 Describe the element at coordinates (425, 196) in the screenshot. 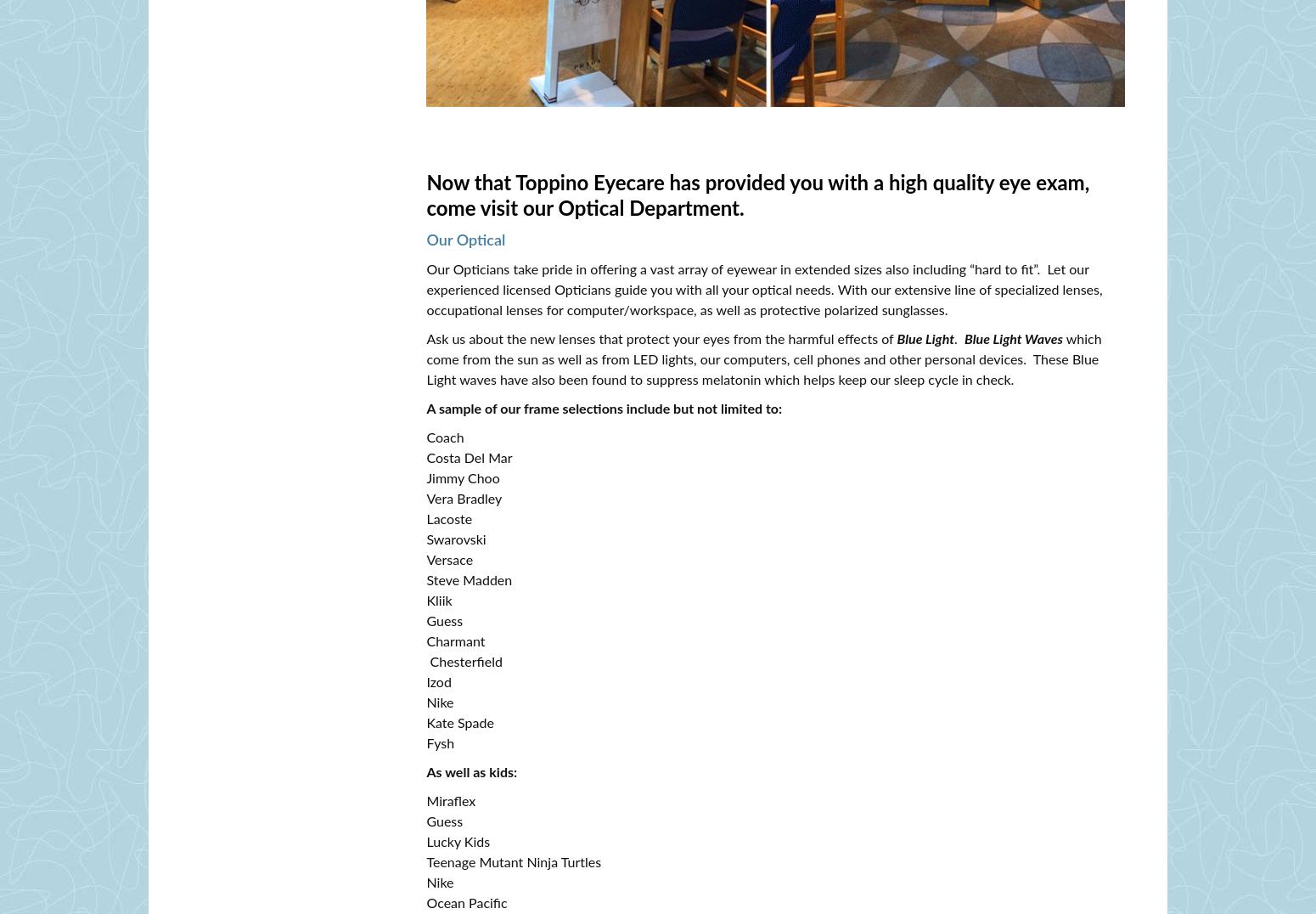

I see `'Now that Toppino Eyecare has provided you with a high quality eye exam, come visit our Optical Department.'` at that location.